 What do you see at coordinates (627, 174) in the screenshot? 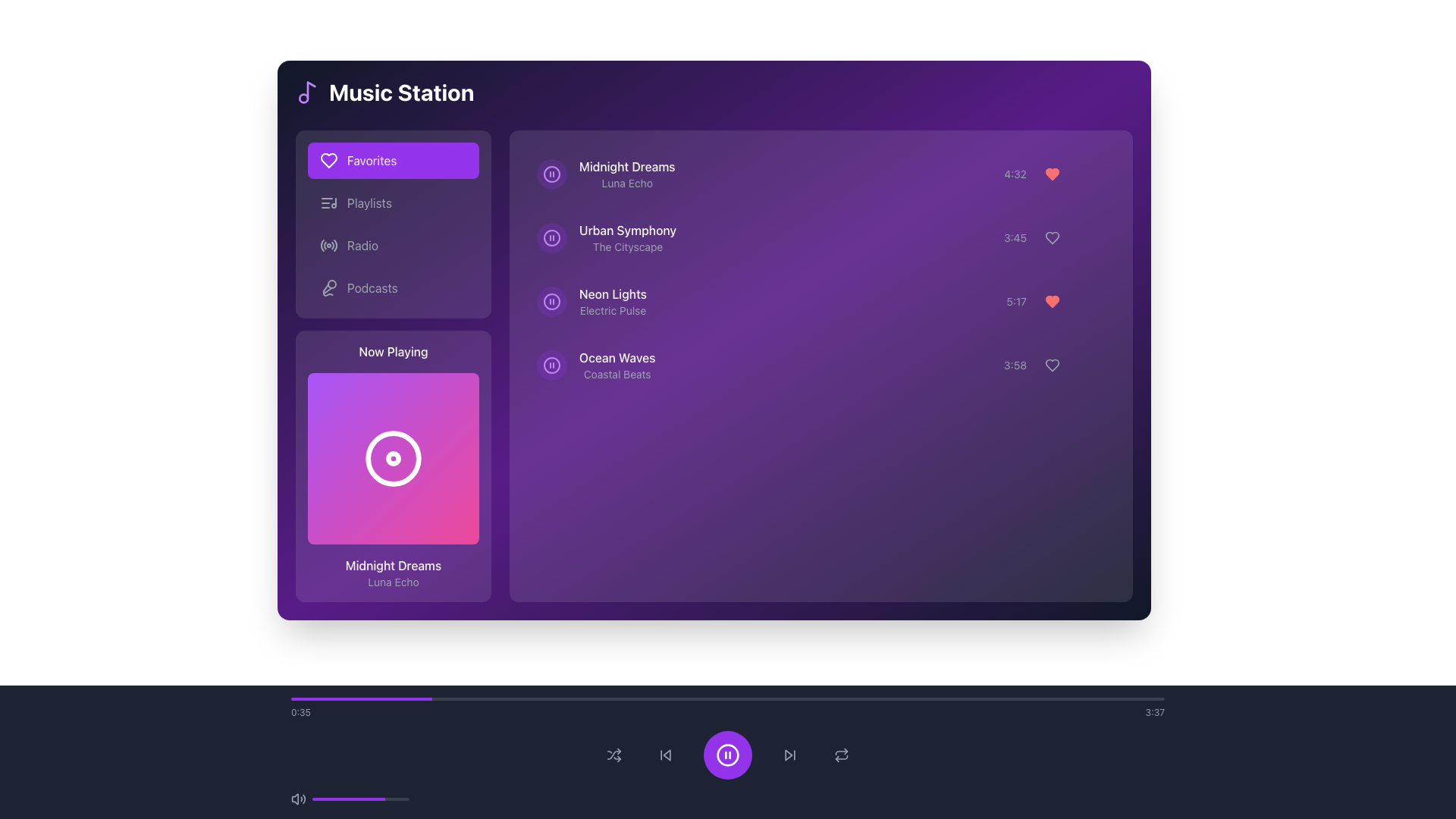
I see `text label 'Midnight Dreams' and 'Luna Echo' located at the top of the 'Now Playing' list section, which is styled with a bold, larger font in white and a smaller, lighter gray font respectively` at bounding box center [627, 174].